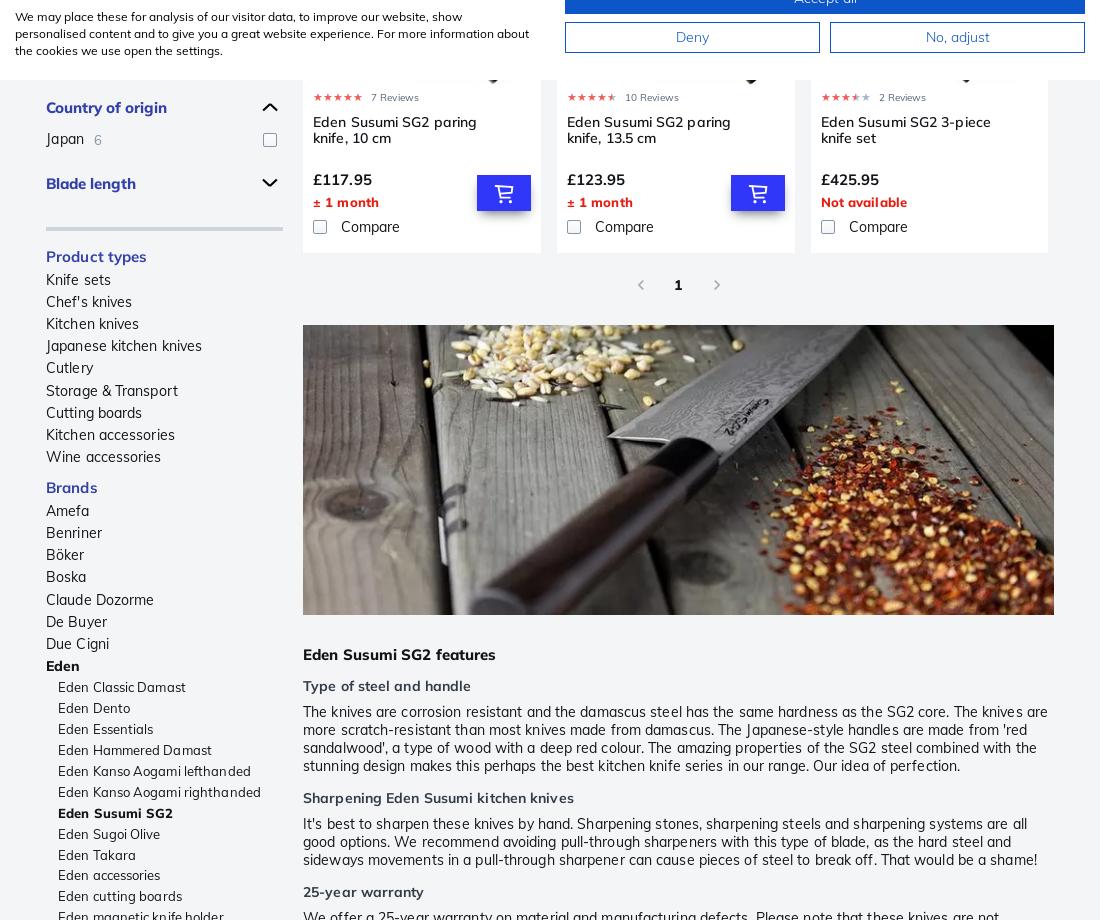 The width and height of the screenshot is (1100, 920). What do you see at coordinates (56, 831) in the screenshot?
I see `'Eden Sugoi Olive'` at bounding box center [56, 831].